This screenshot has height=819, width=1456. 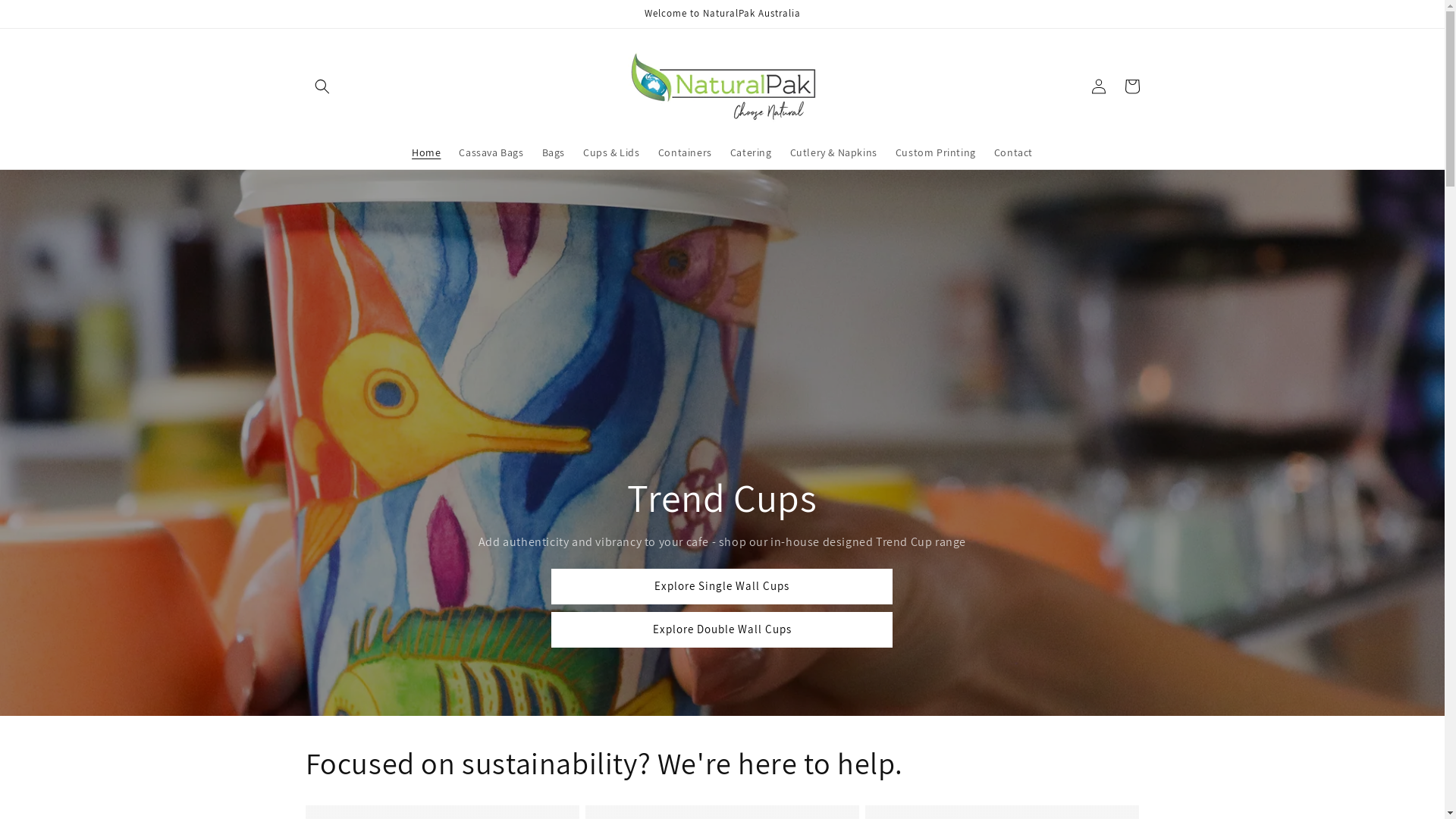 What do you see at coordinates (1098, 86) in the screenshot?
I see `'Log in'` at bounding box center [1098, 86].